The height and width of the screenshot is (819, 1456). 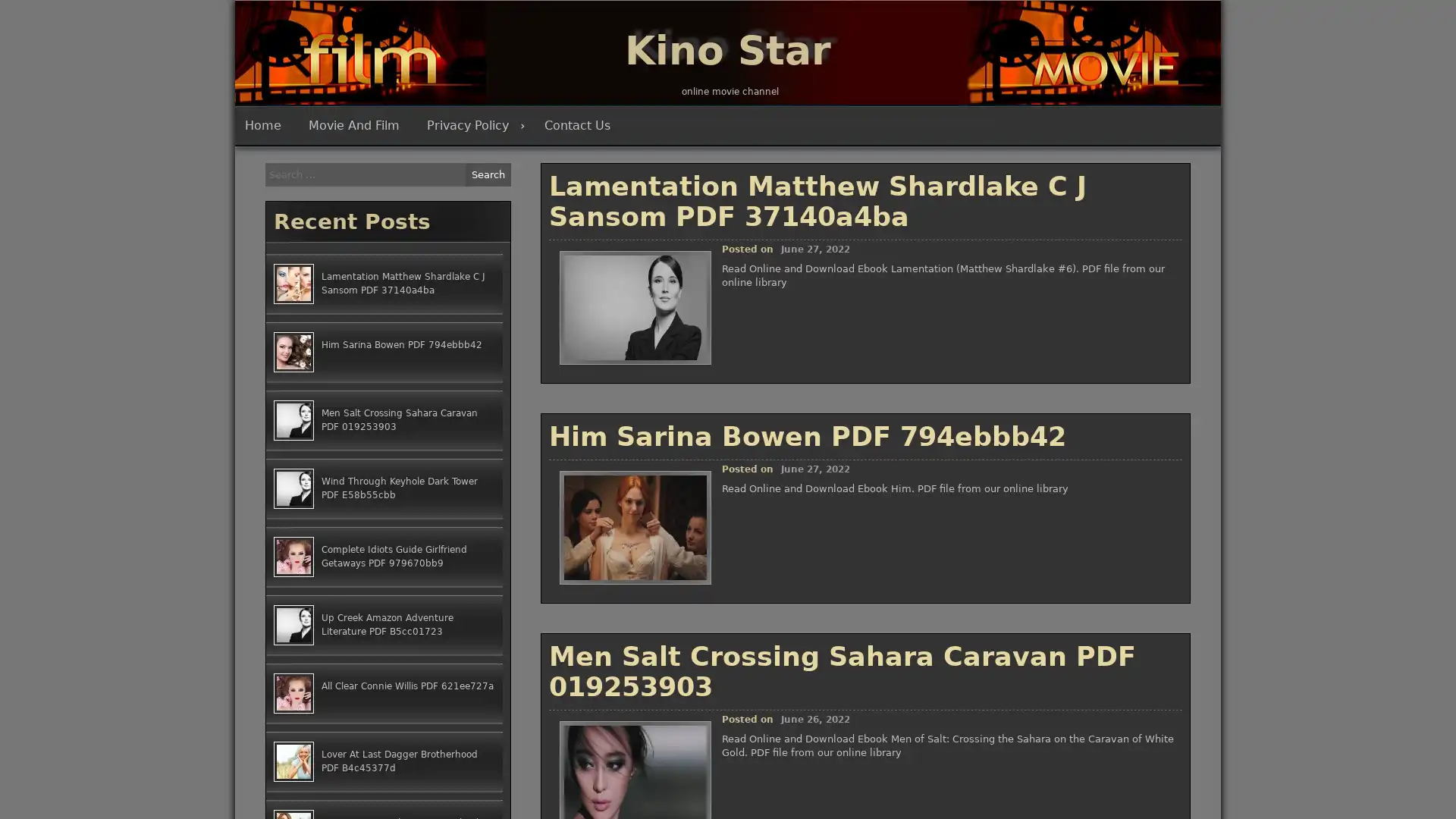 What do you see at coordinates (488, 174) in the screenshot?
I see `Search` at bounding box center [488, 174].